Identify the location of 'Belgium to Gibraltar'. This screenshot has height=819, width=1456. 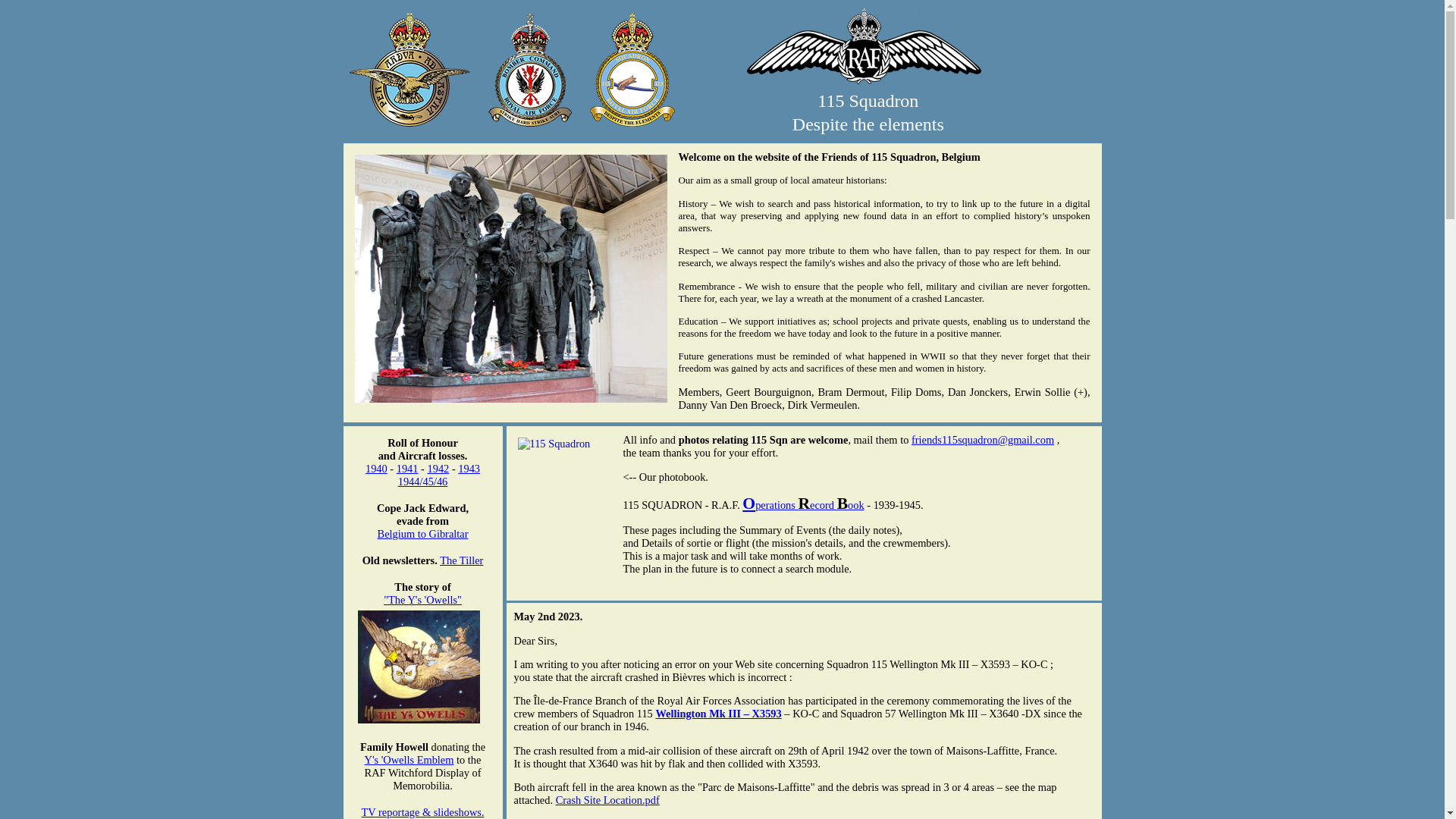
(422, 533).